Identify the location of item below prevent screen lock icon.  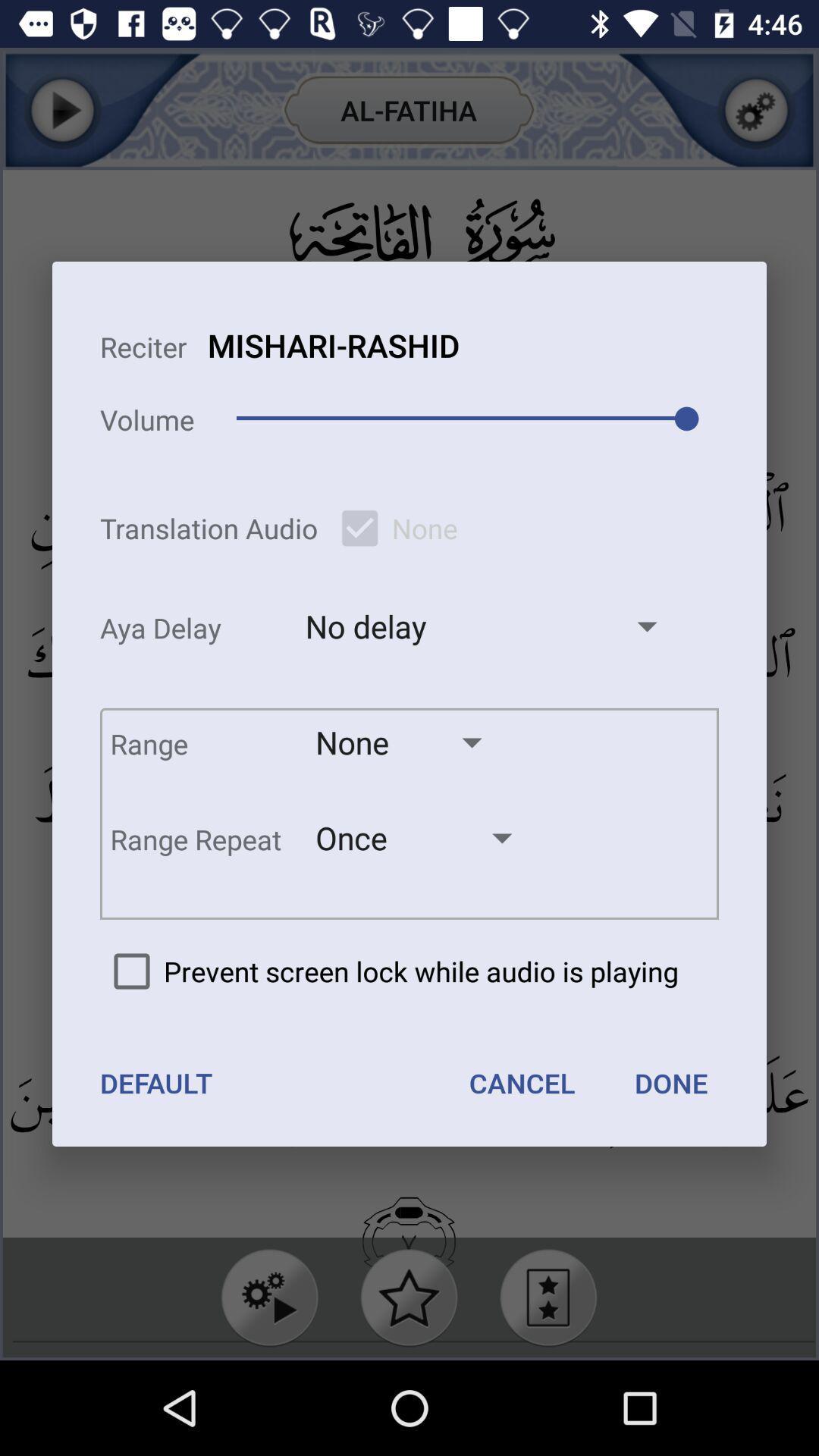
(156, 1082).